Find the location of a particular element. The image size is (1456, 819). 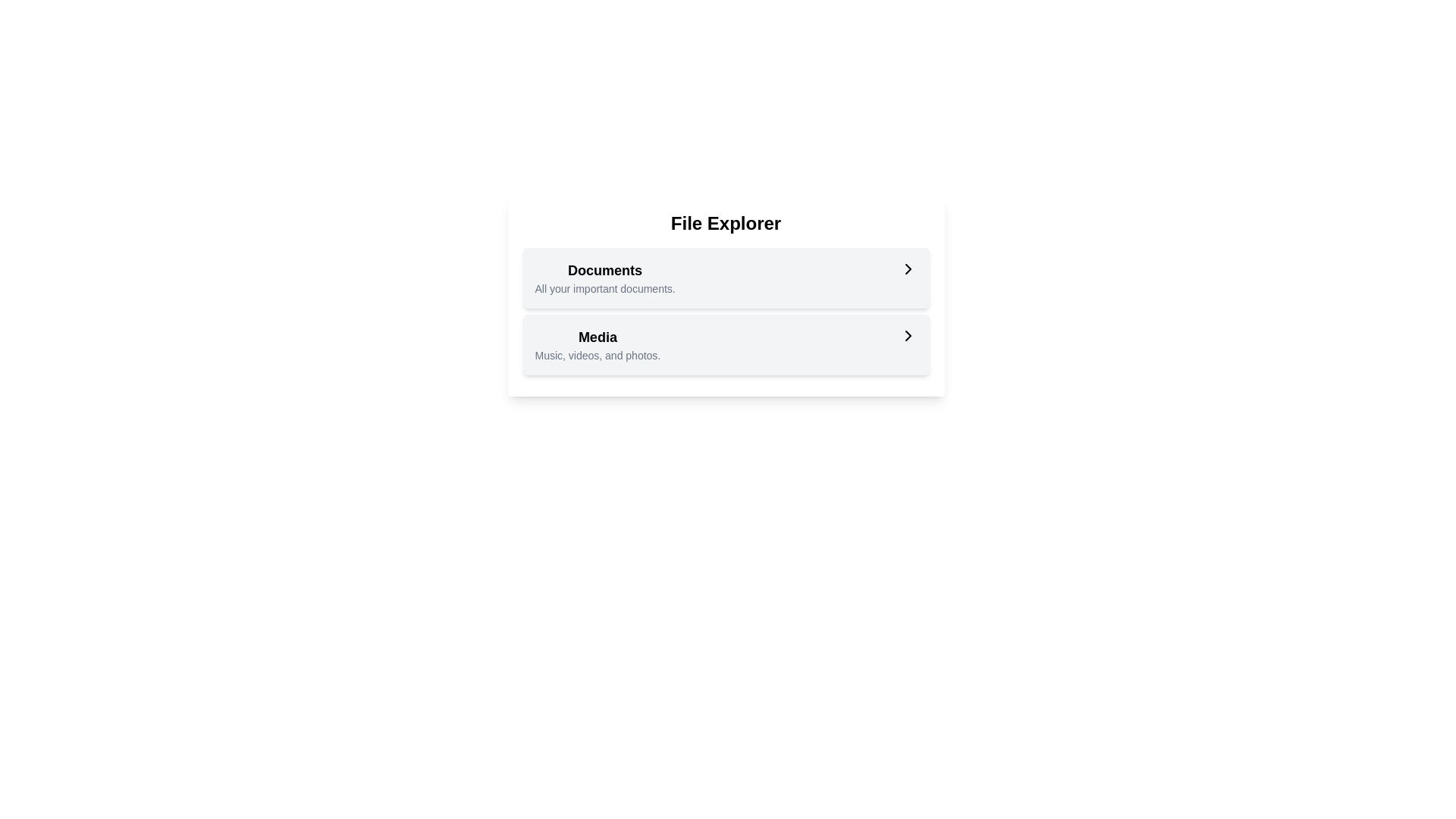

the 'Media' category button within the 'File Explorer' card for keyboard navigation is located at coordinates (725, 345).